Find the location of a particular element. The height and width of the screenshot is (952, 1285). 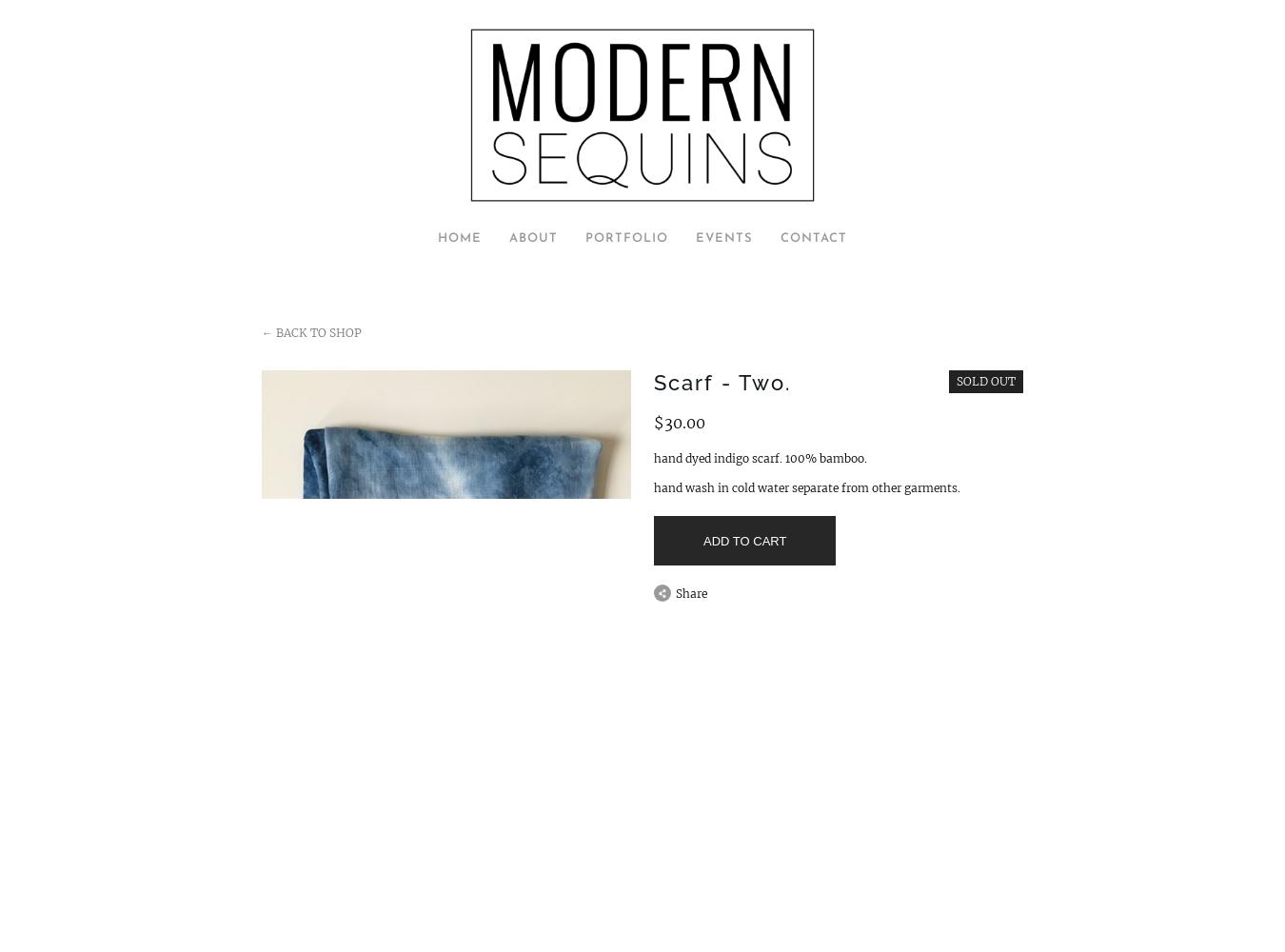

'EVENTS' is located at coordinates (722, 238).